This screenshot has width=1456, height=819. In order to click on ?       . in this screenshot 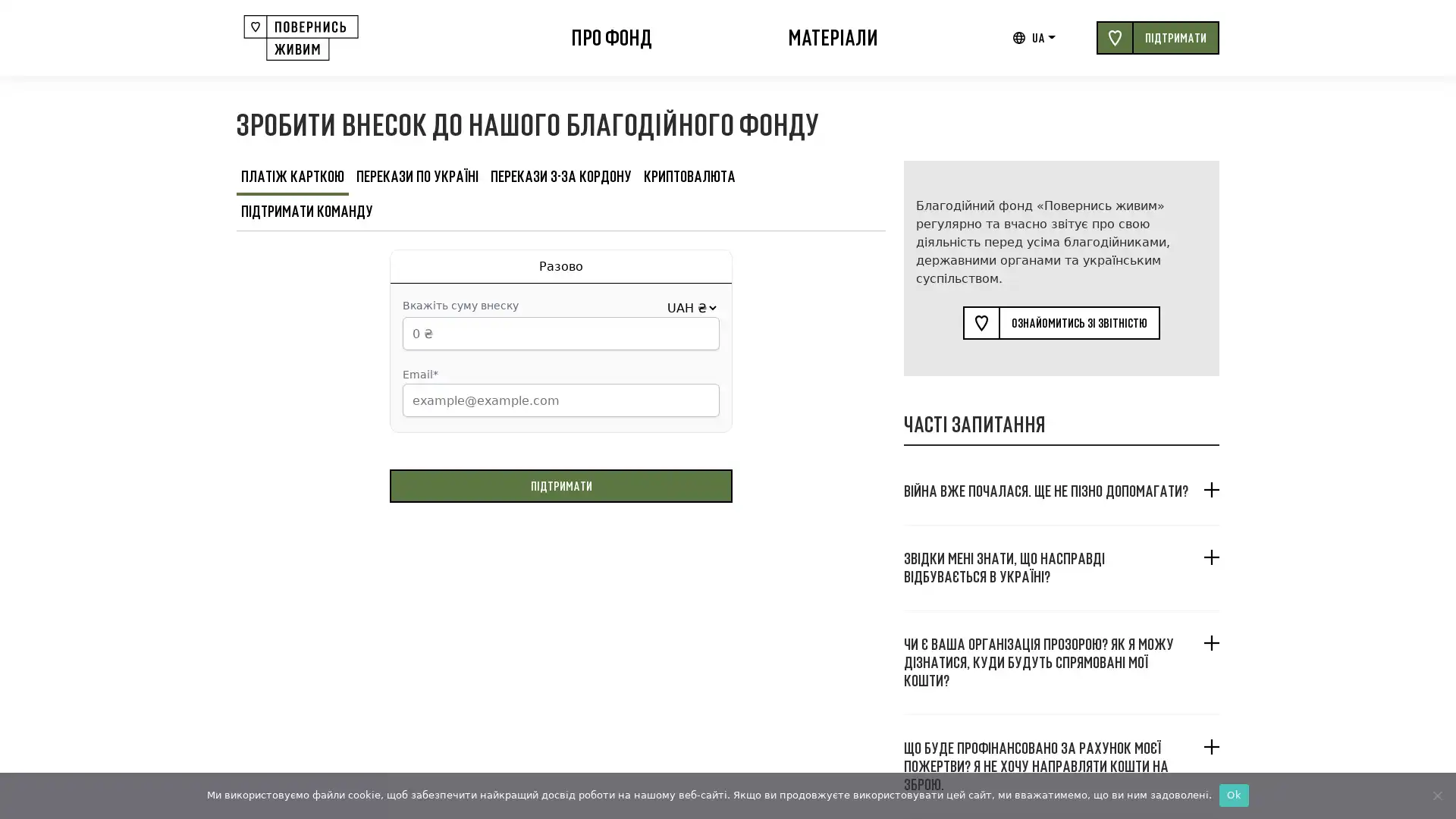, I will do `click(1061, 766)`.